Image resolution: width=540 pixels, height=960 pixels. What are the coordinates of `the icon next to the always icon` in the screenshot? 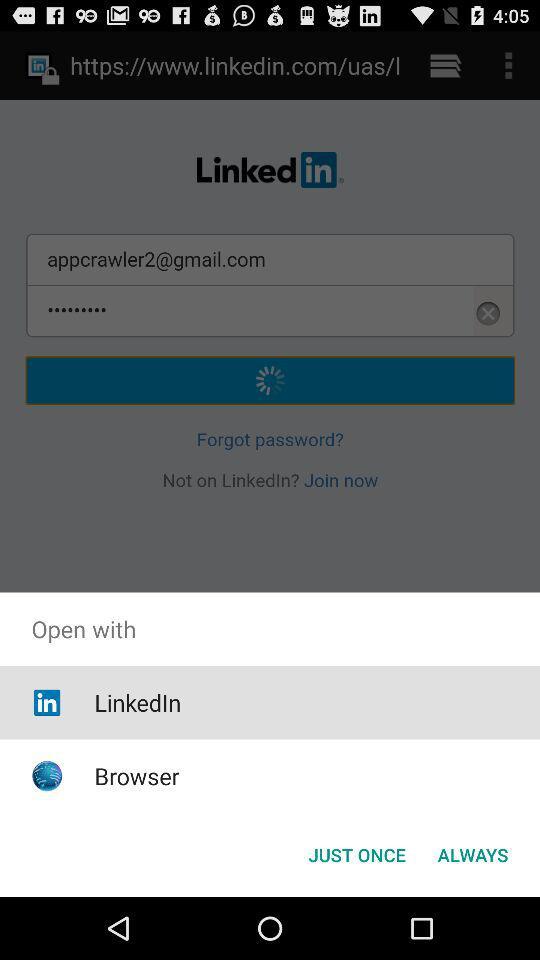 It's located at (356, 853).